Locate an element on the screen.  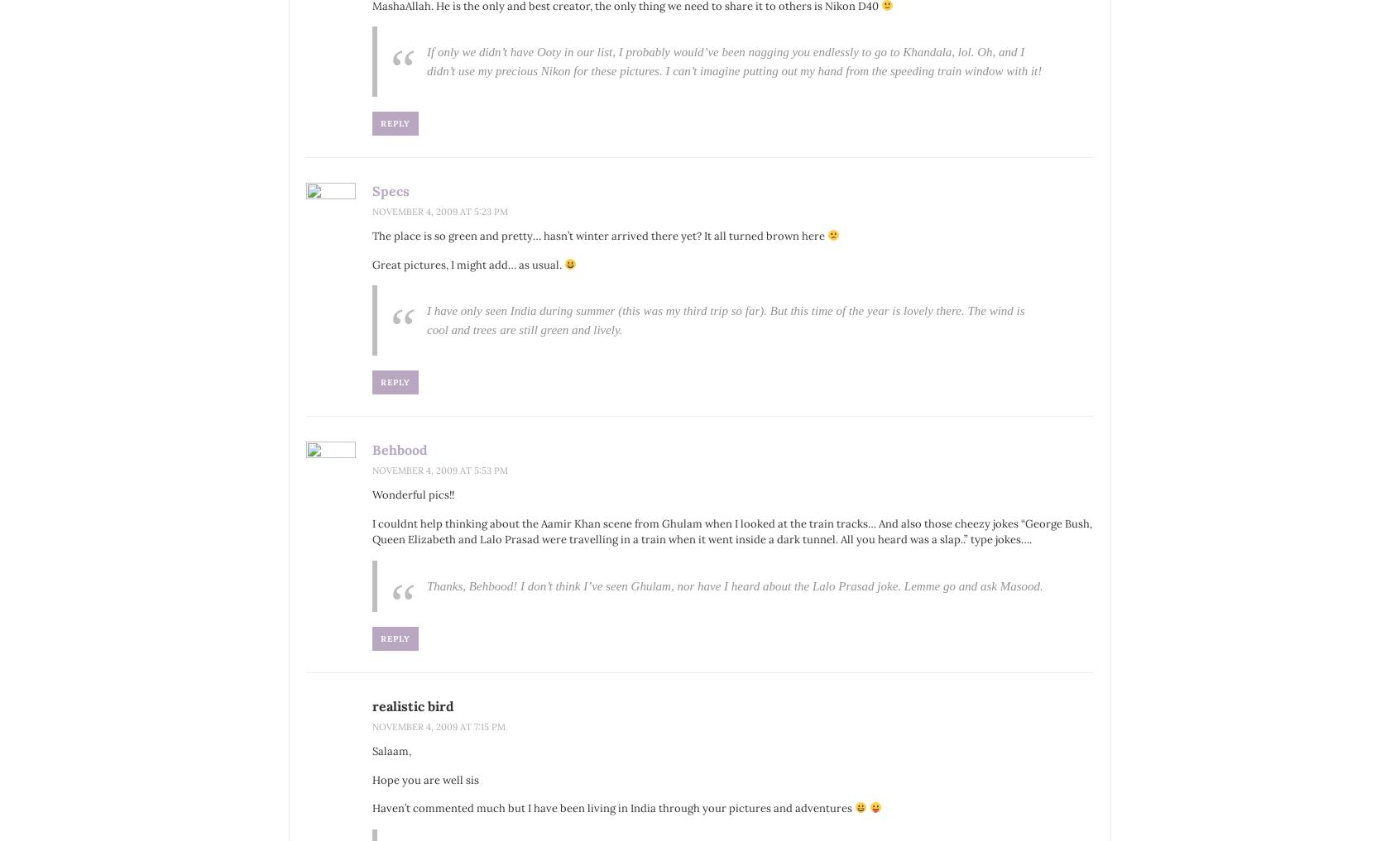
'November 4, 2009 at 5:23 pm' is located at coordinates (439, 210).